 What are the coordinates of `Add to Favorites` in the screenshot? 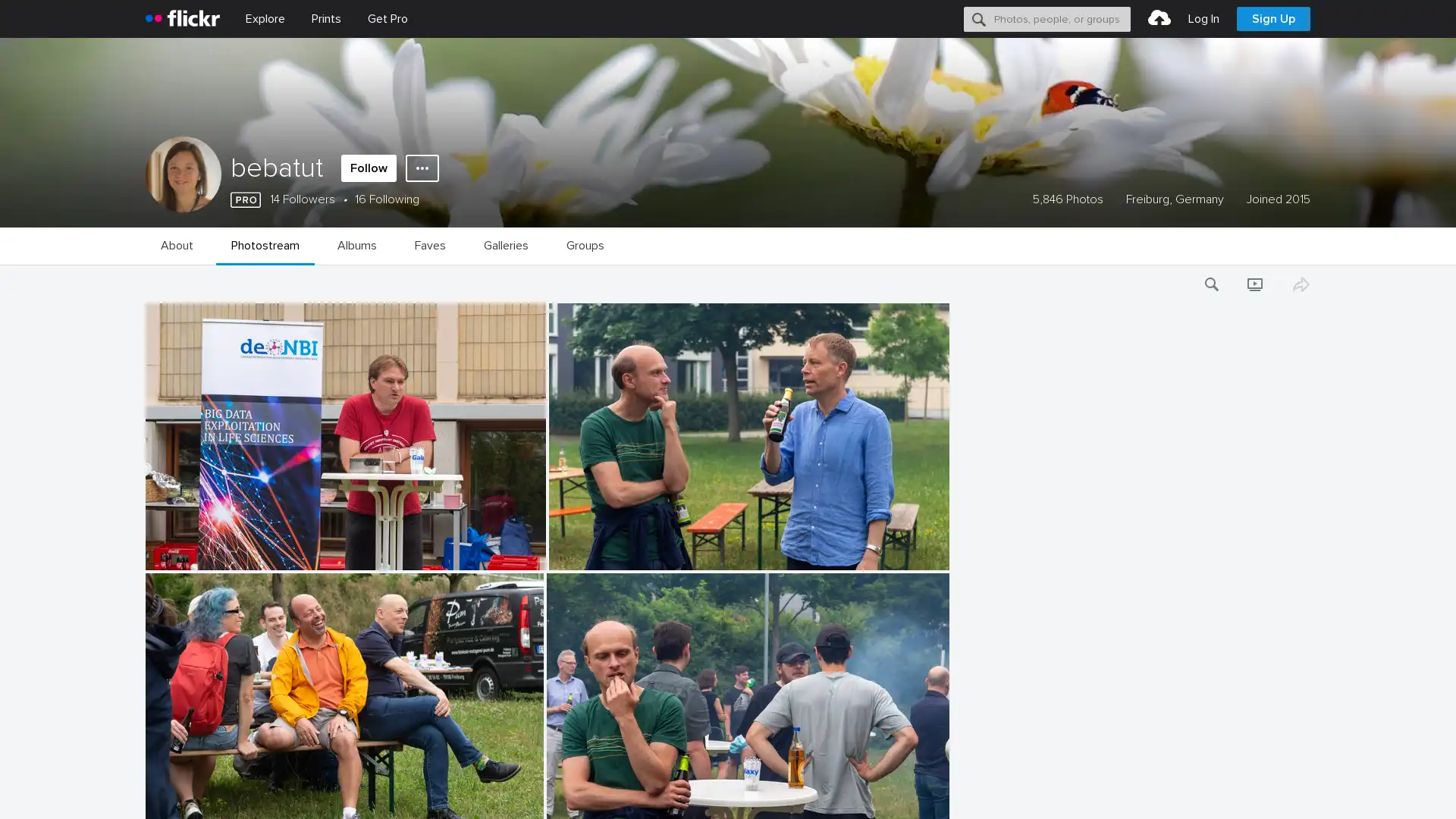 It's located at (1273, 549).